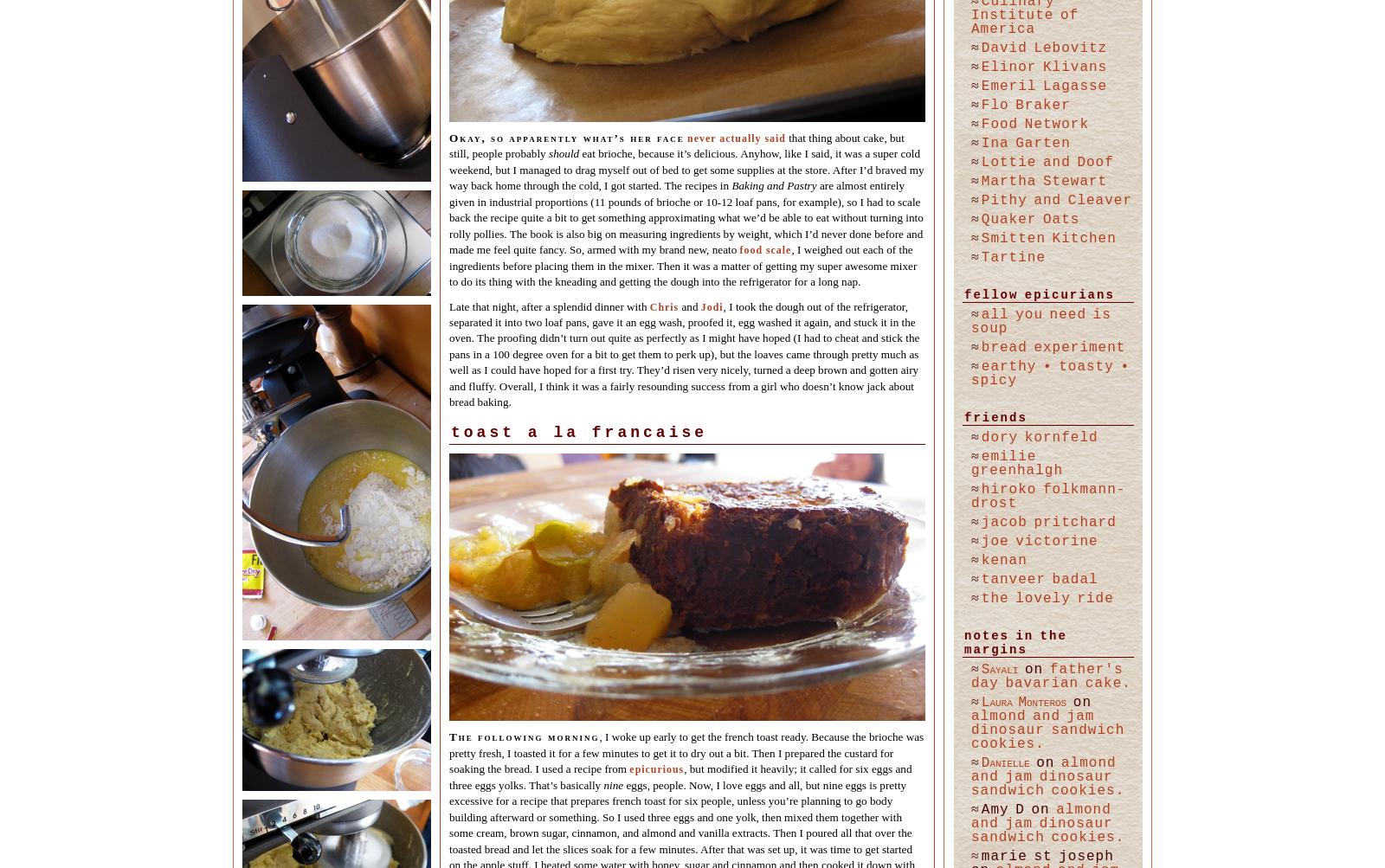 This screenshot has height=868, width=1385. What do you see at coordinates (1050, 676) in the screenshot?
I see `'father's day bavarian cake.'` at bounding box center [1050, 676].